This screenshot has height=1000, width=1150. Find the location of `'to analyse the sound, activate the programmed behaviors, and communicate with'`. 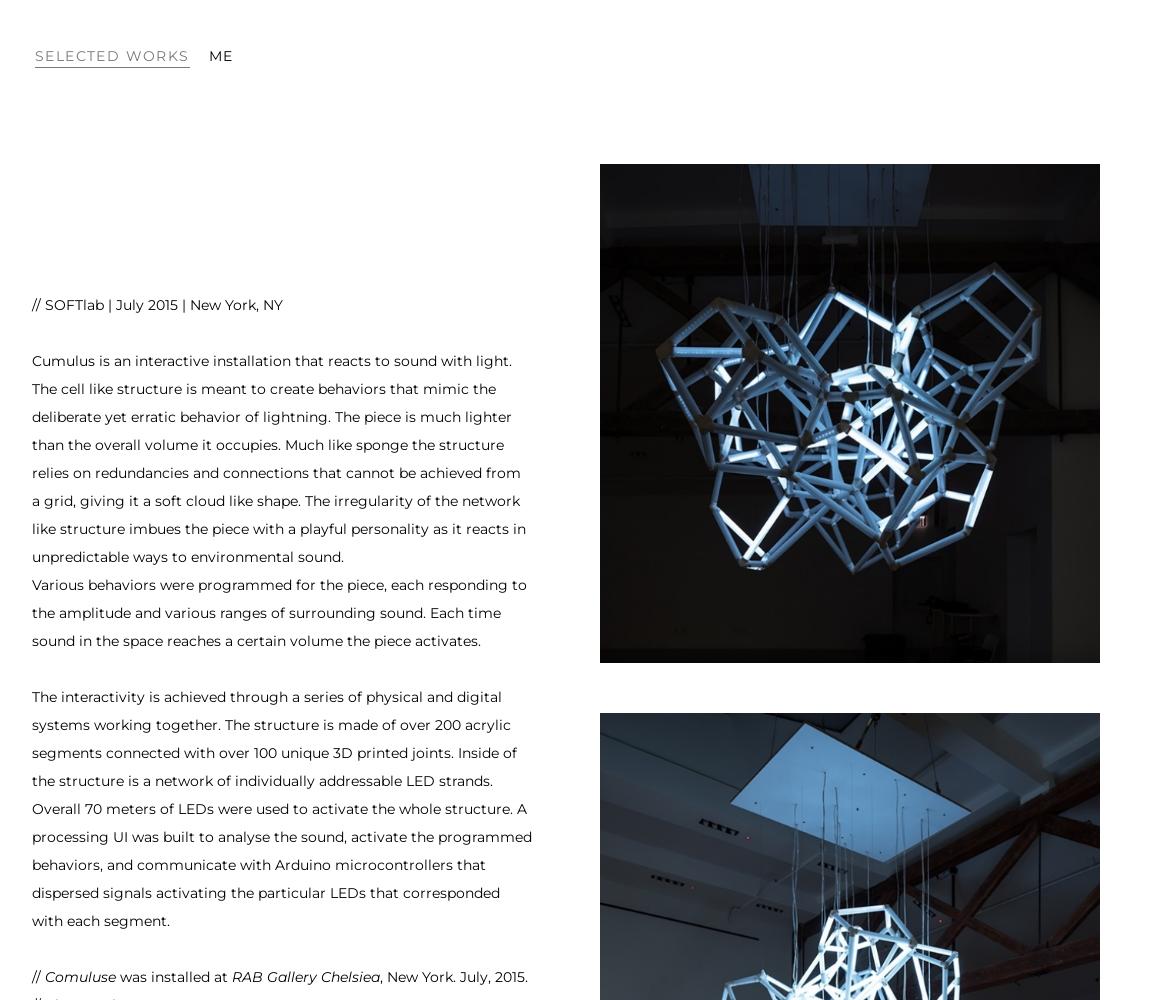

'to analyse the sound, activate the programmed behaviors, and communicate with' is located at coordinates (30, 850).